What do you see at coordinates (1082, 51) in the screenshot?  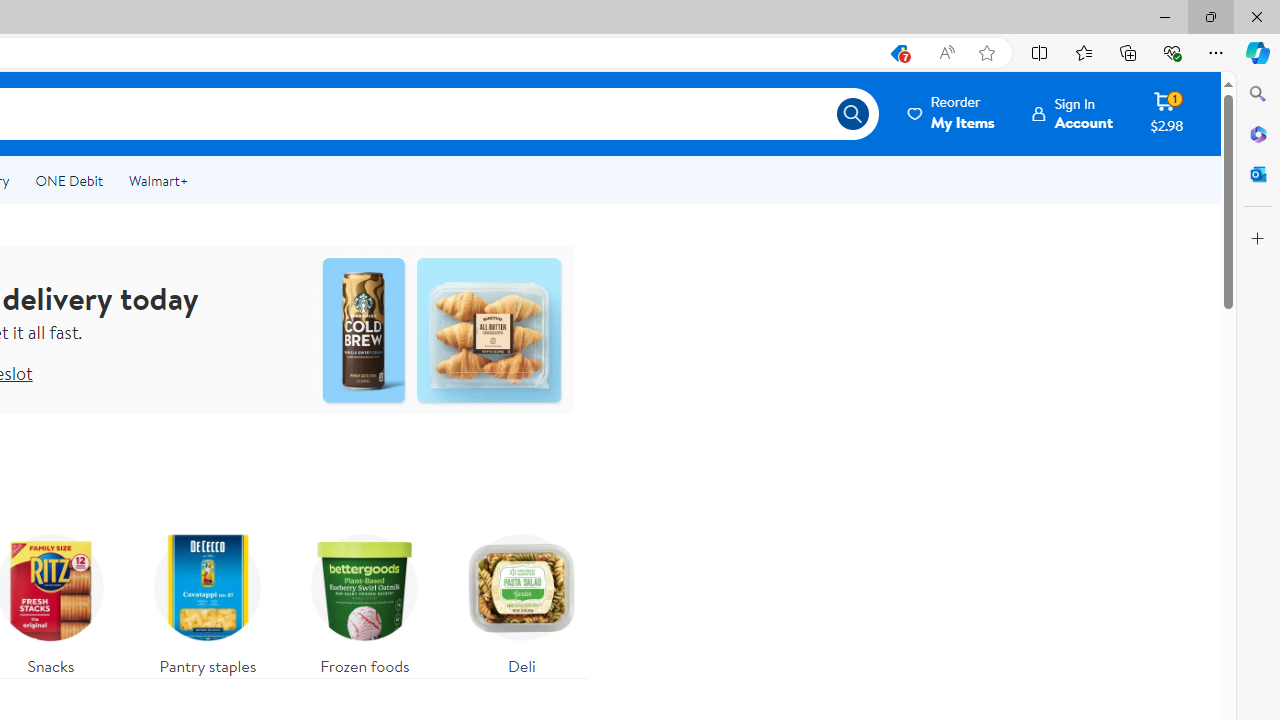 I see `'Favorites'` at bounding box center [1082, 51].